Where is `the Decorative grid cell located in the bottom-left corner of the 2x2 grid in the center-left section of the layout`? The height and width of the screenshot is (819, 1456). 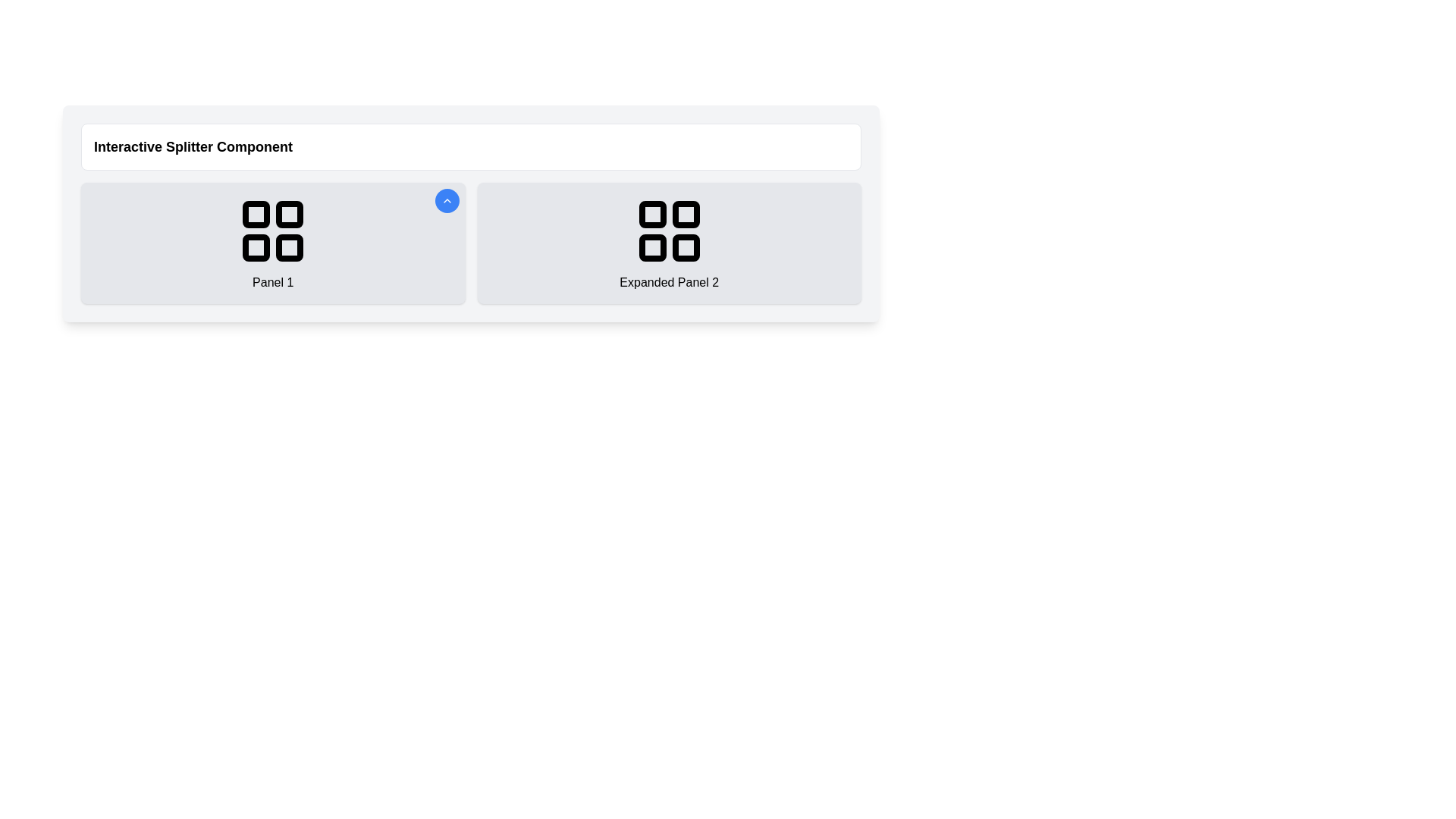
the Decorative grid cell located in the bottom-left corner of the 2x2 grid in the center-left section of the layout is located at coordinates (256, 247).